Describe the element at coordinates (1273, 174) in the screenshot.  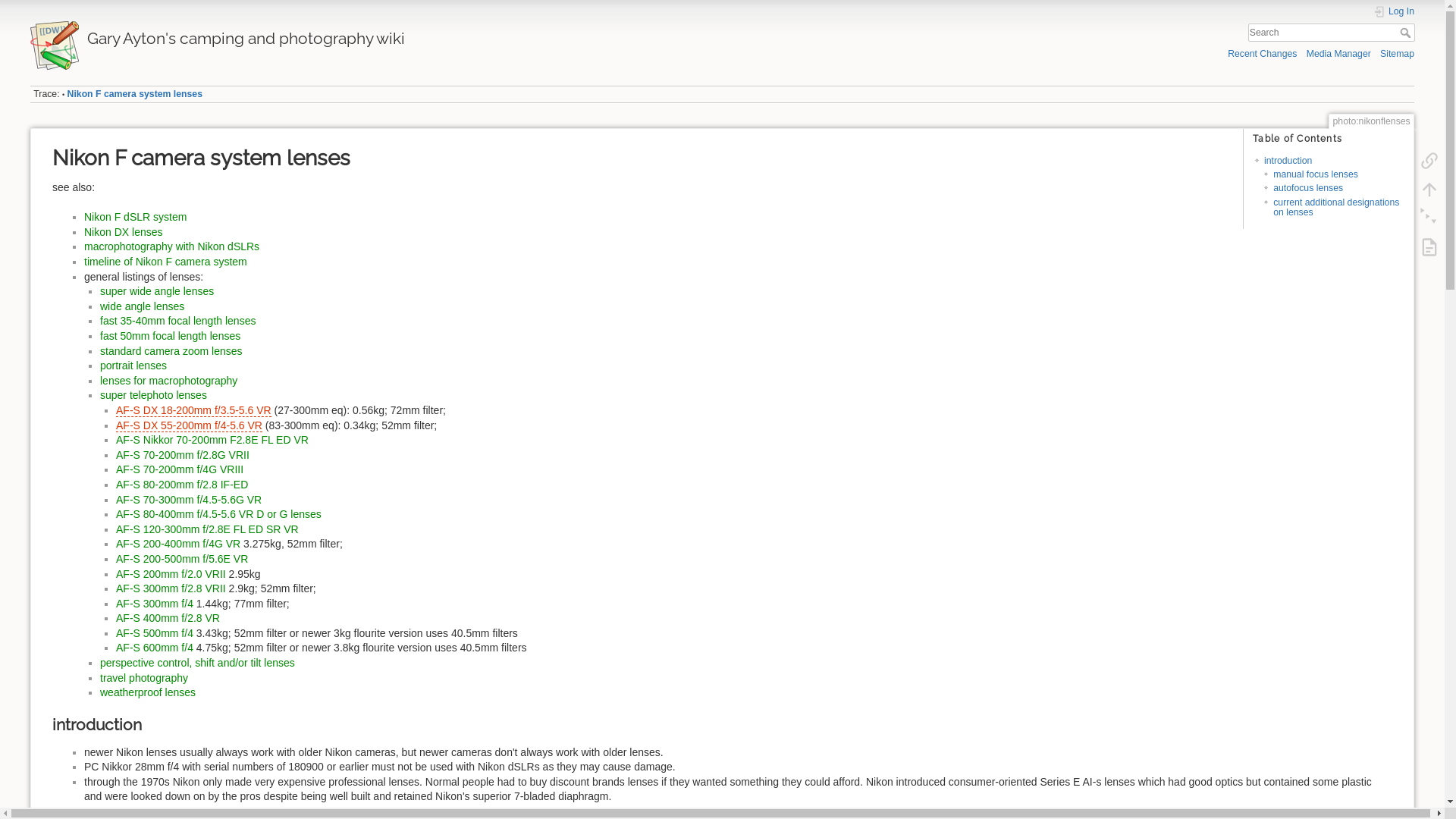
I see `'manual focus lenses'` at that location.